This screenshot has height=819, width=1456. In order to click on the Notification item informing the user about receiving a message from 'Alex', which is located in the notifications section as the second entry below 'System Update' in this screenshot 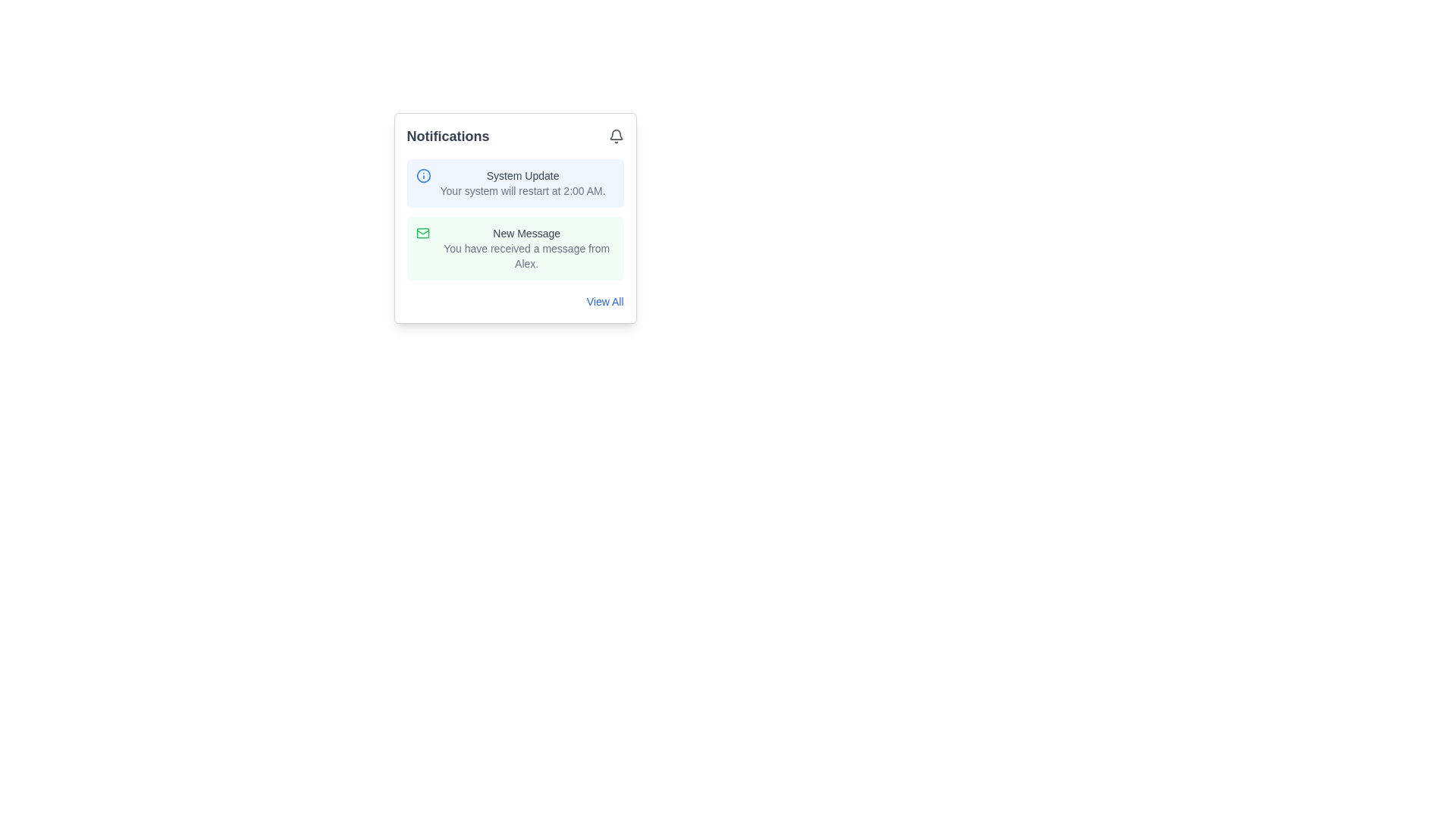, I will do `click(526, 247)`.